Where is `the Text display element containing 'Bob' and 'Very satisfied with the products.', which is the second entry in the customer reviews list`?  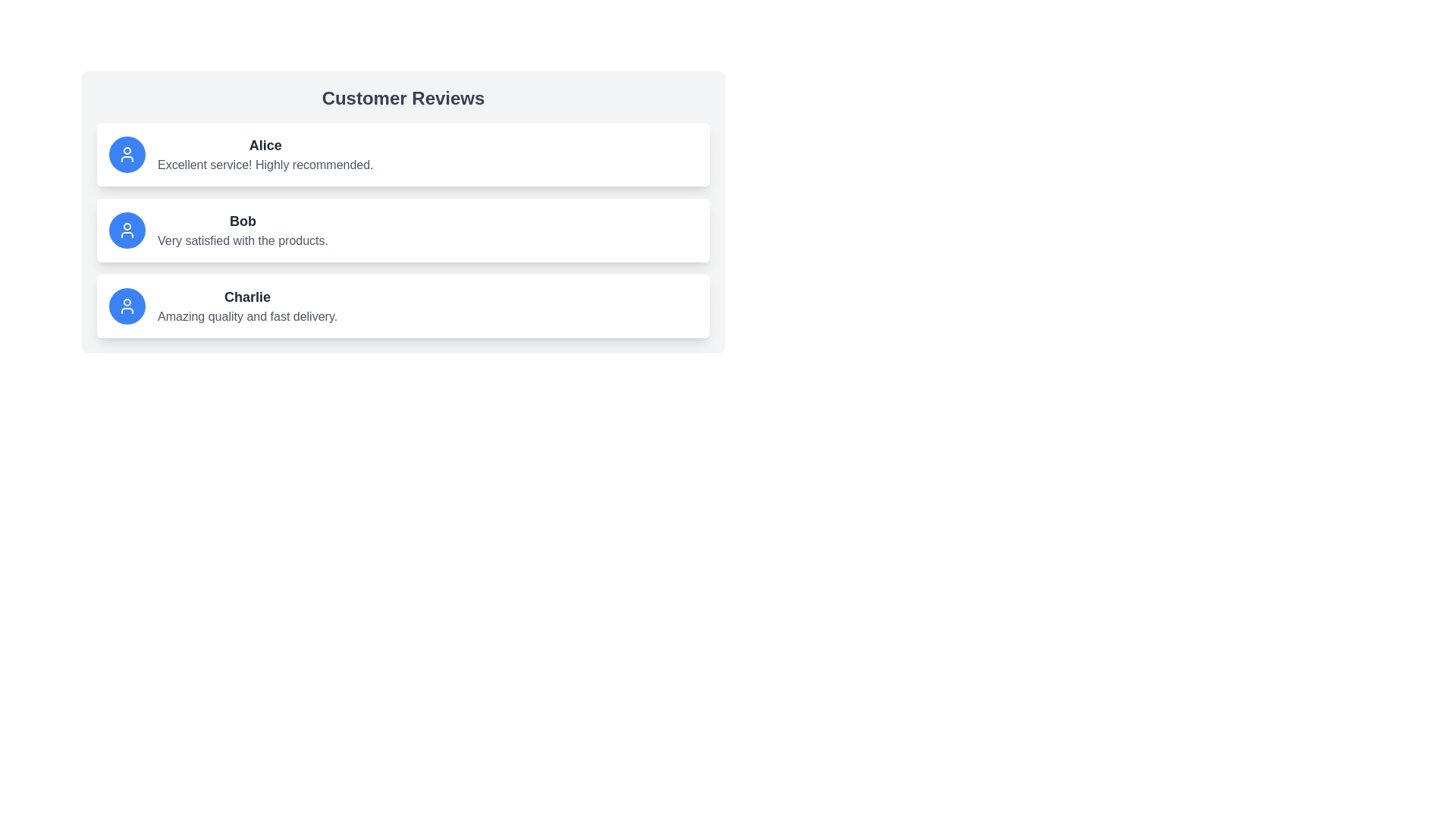 the Text display element containing 'Bob' and 'Very satisfied with the products.', which is the second entry in the customer reviews list is located at coordinates (243, 231).